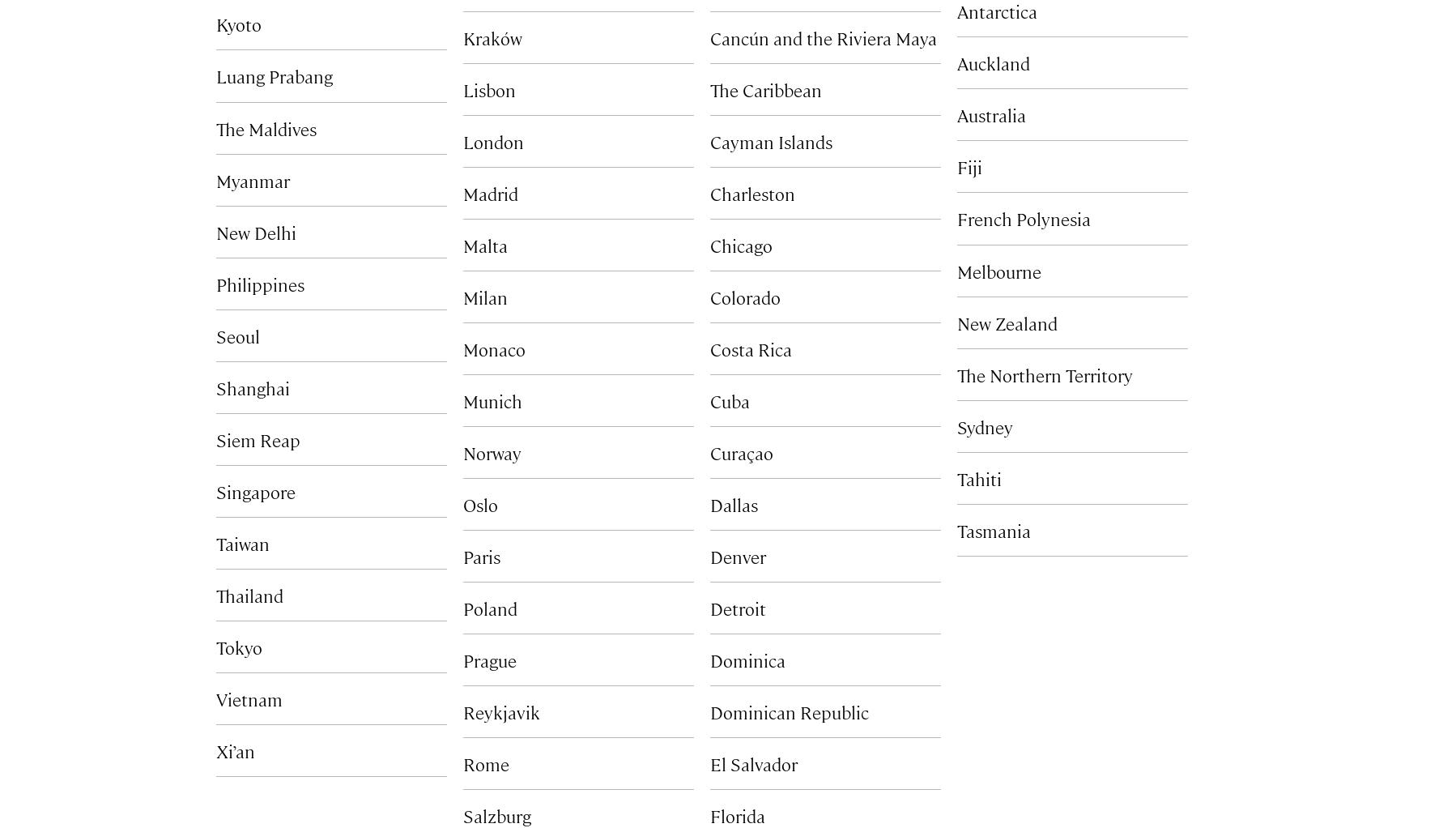 This screenshot has height=828, width=1456. I want to click on 'Tahiti', so click(978, 476).